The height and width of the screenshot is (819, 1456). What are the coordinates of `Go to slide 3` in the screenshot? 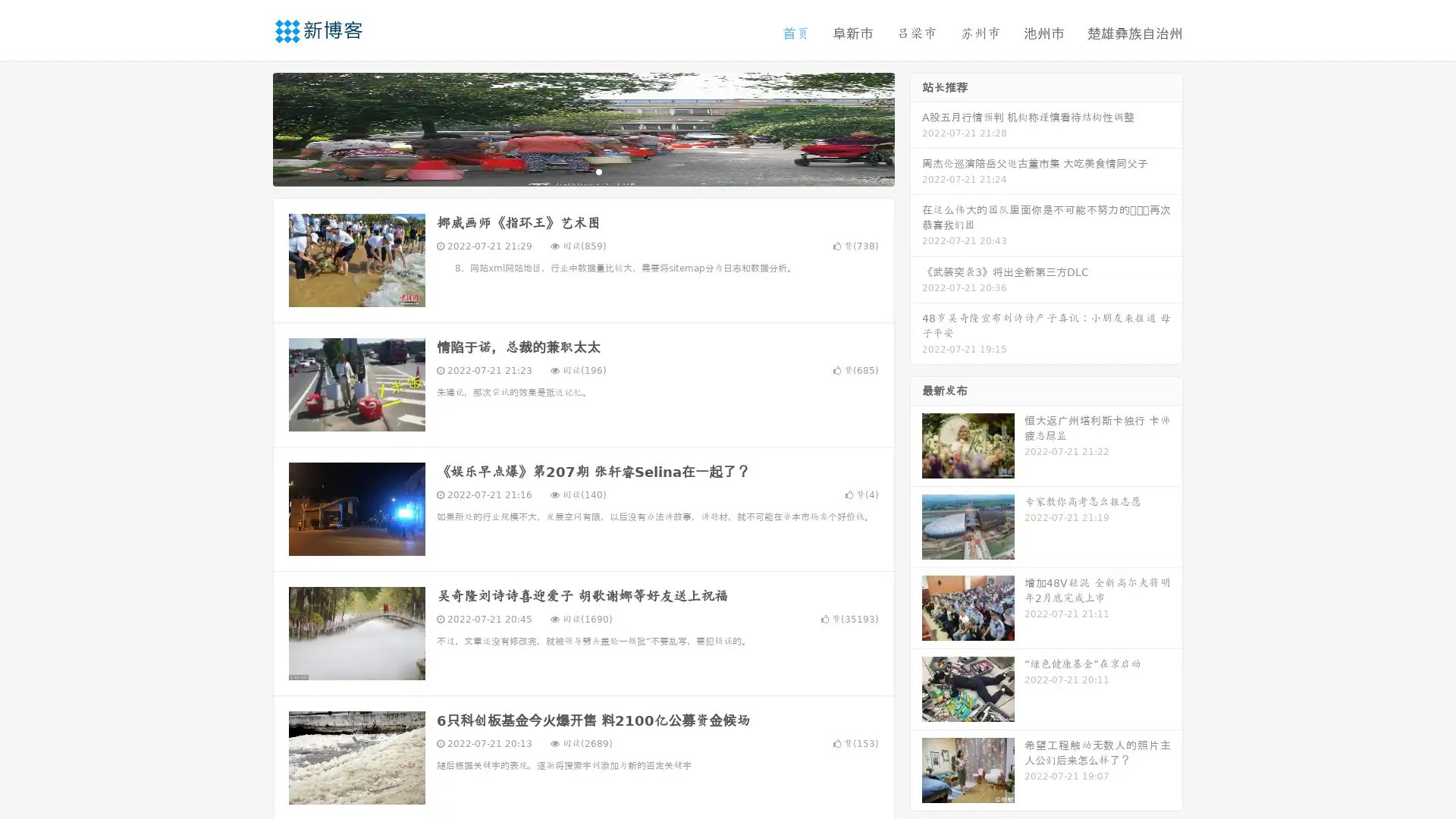 It's located at (598, 171).